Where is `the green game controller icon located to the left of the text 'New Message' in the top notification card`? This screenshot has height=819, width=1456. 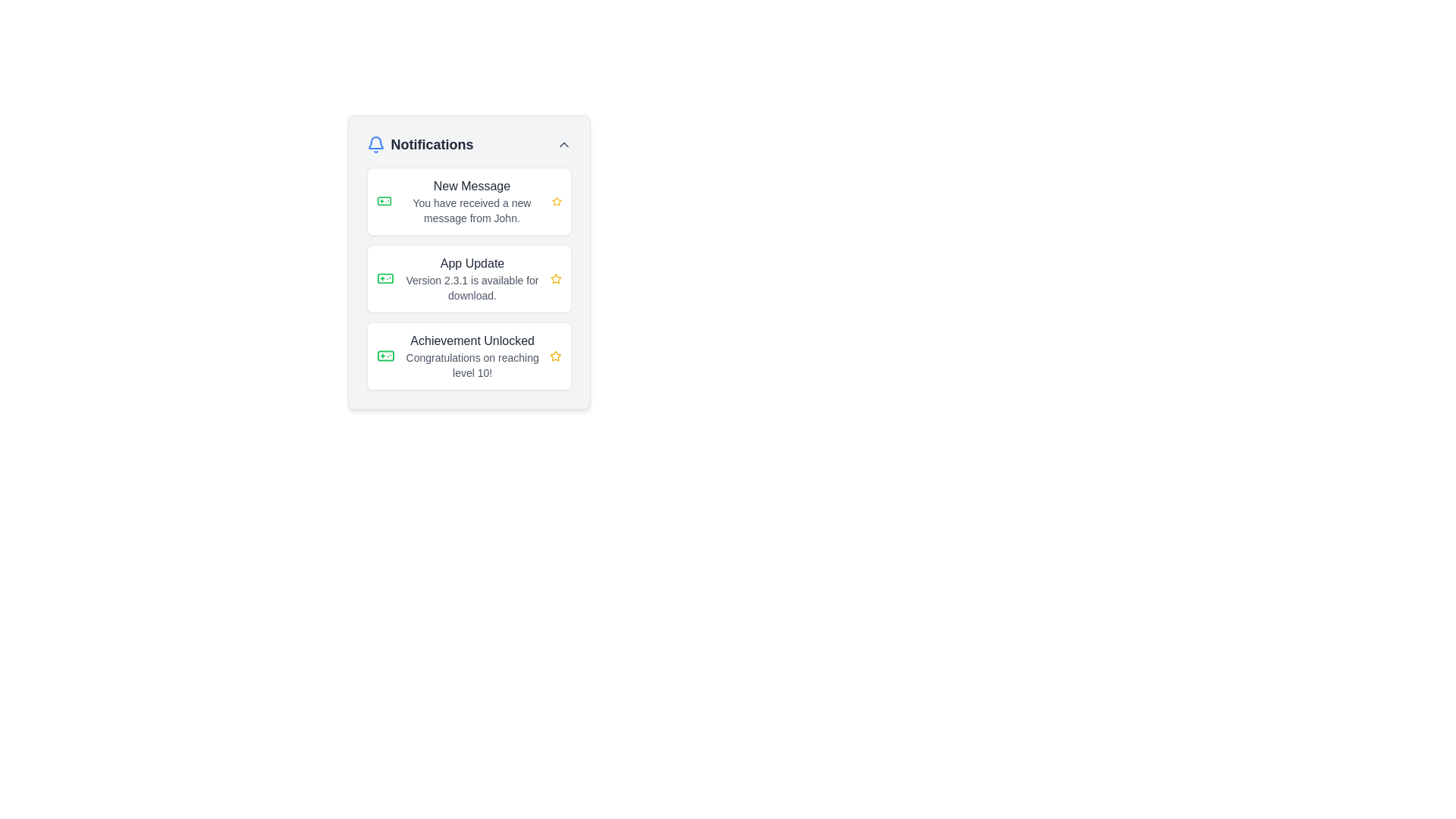
the green game controller icon located to the left of the text 'New Message' in the top notification card is located at coordinates (385, 356).